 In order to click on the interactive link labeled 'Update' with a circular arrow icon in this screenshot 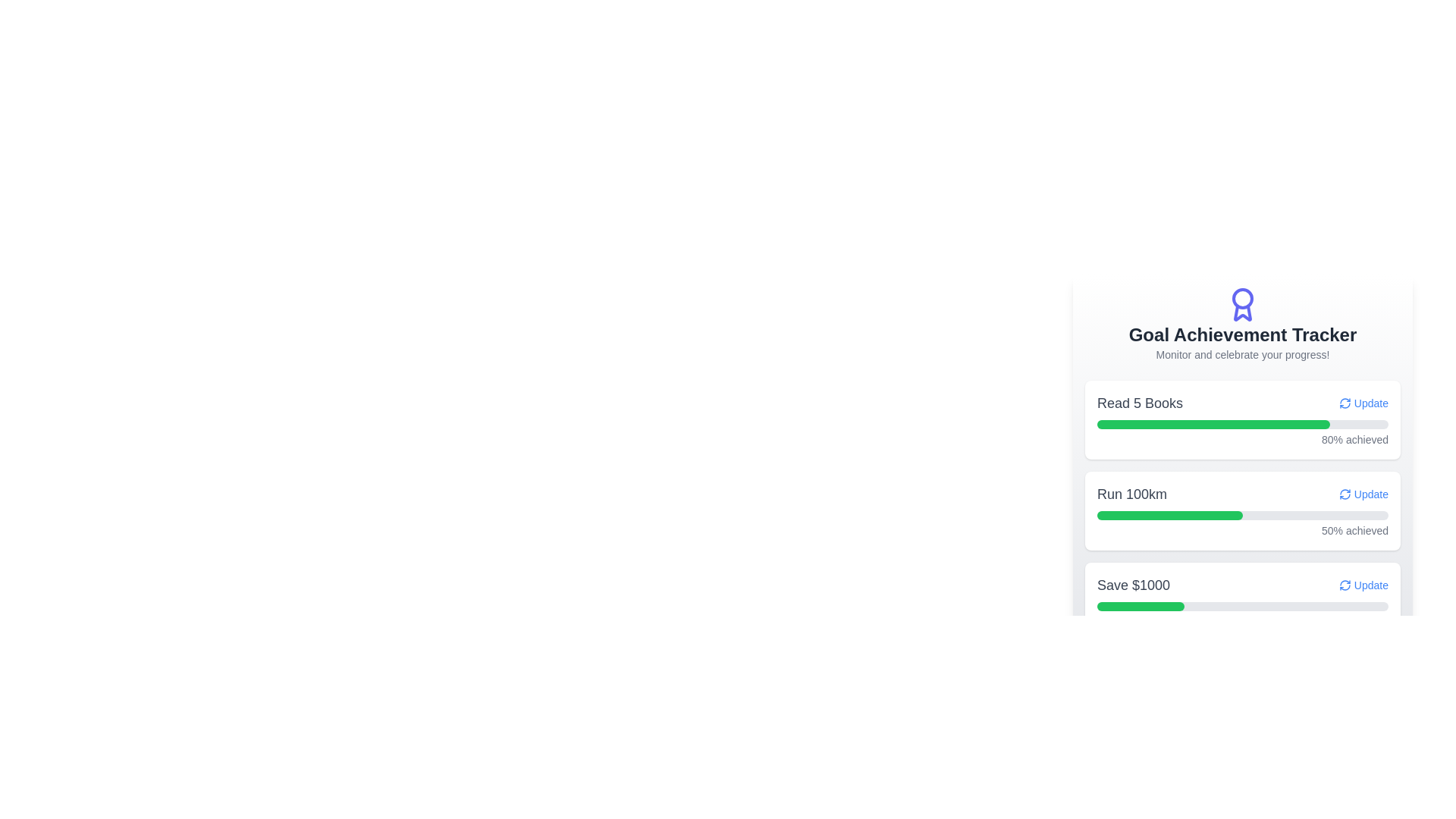, I will do `click(1363, 494)`.